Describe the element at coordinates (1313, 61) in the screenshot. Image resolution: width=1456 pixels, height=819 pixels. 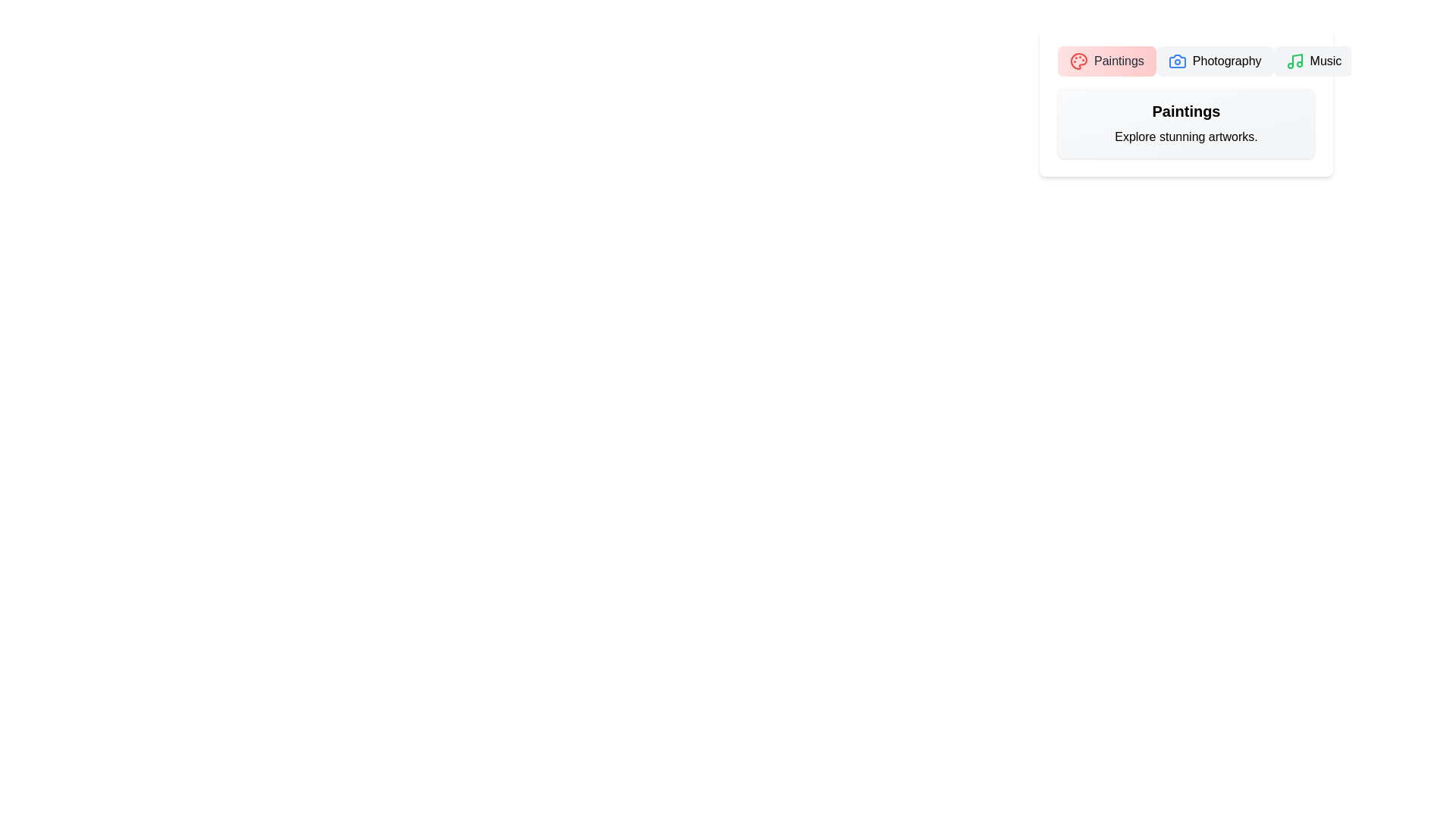
I see `the tab labeled Music to view its content` at that location.